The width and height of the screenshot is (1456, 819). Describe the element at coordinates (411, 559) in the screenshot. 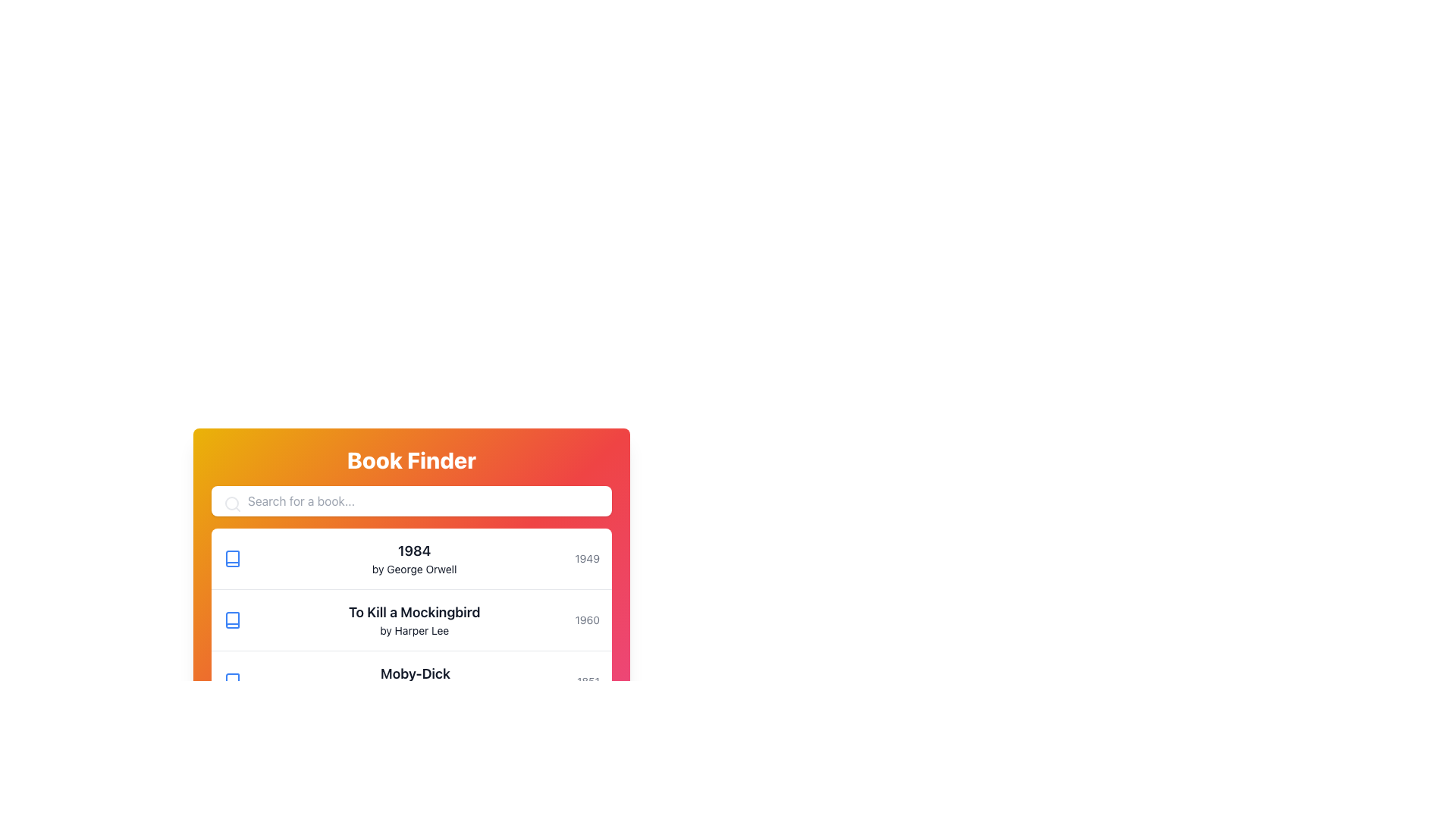

I see `the first list item in the 'Book Finder' section that displays book information, including the title, author, and year of publication` at that location.